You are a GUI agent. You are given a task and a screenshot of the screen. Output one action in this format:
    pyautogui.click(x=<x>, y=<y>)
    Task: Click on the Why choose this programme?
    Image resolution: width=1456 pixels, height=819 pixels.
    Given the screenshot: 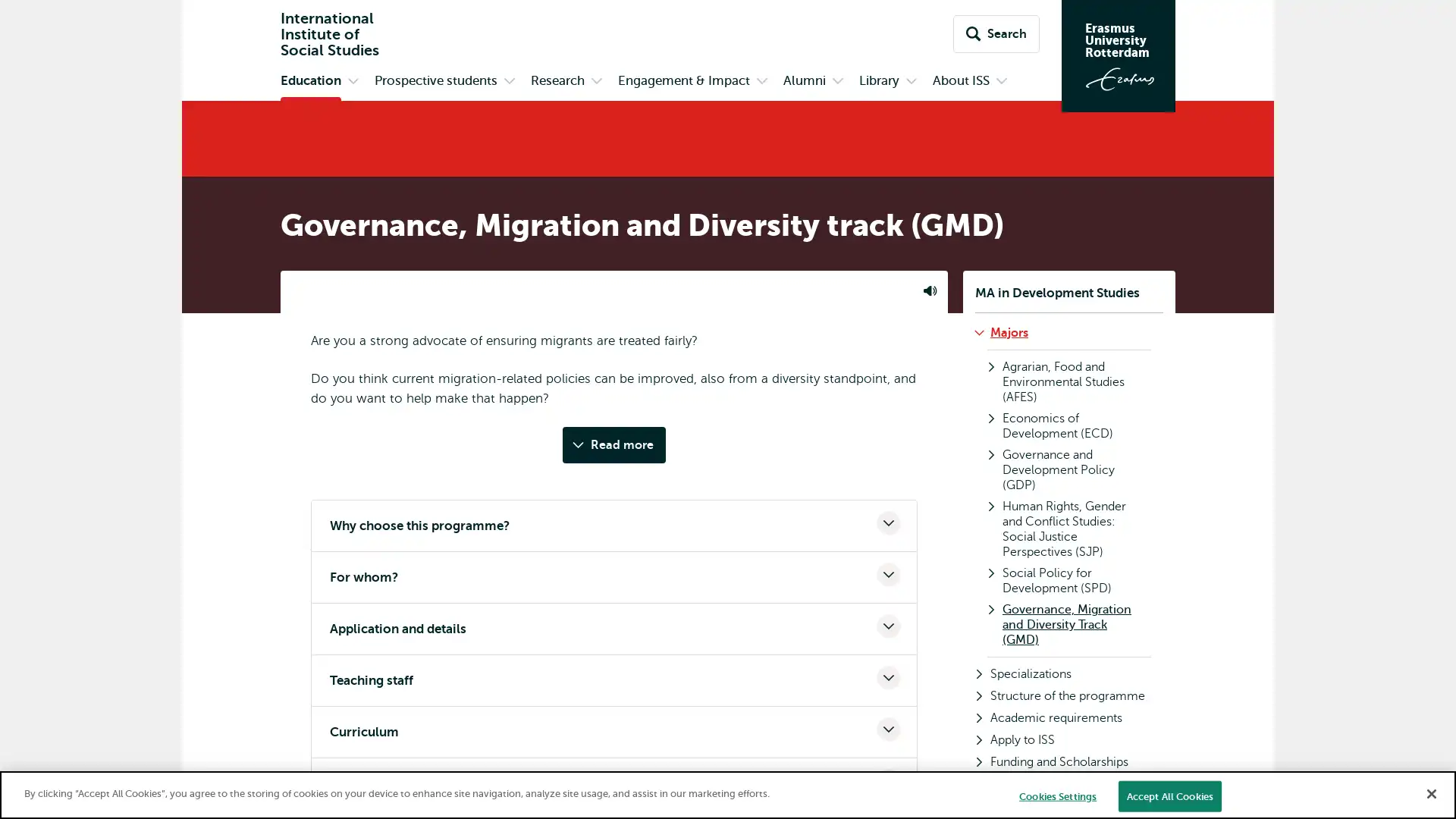 What is the action you would take?
    pyautogui.click(x=614, y=525)
    